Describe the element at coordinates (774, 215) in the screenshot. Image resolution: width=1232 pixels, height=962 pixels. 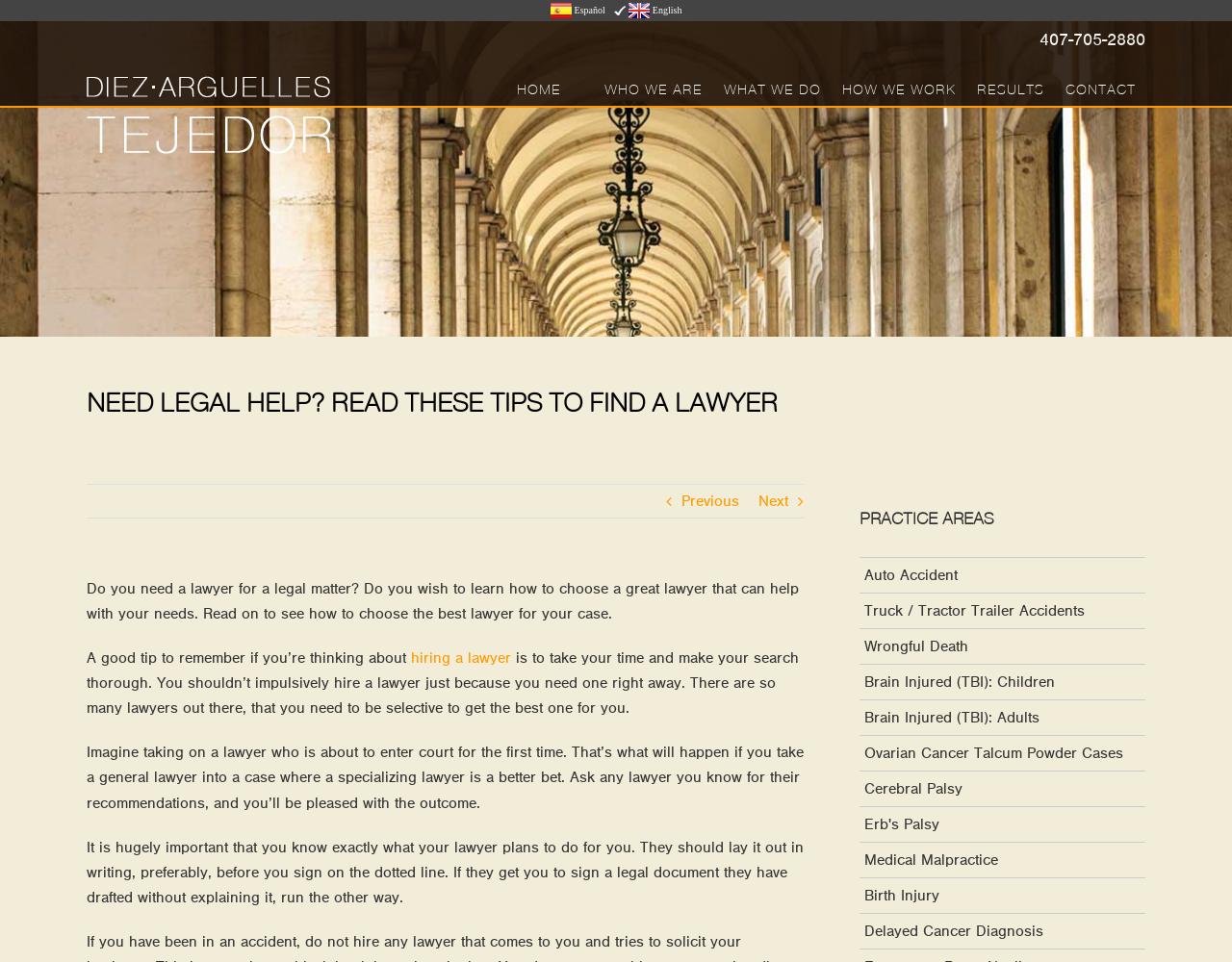
I see `'News'` at that location.